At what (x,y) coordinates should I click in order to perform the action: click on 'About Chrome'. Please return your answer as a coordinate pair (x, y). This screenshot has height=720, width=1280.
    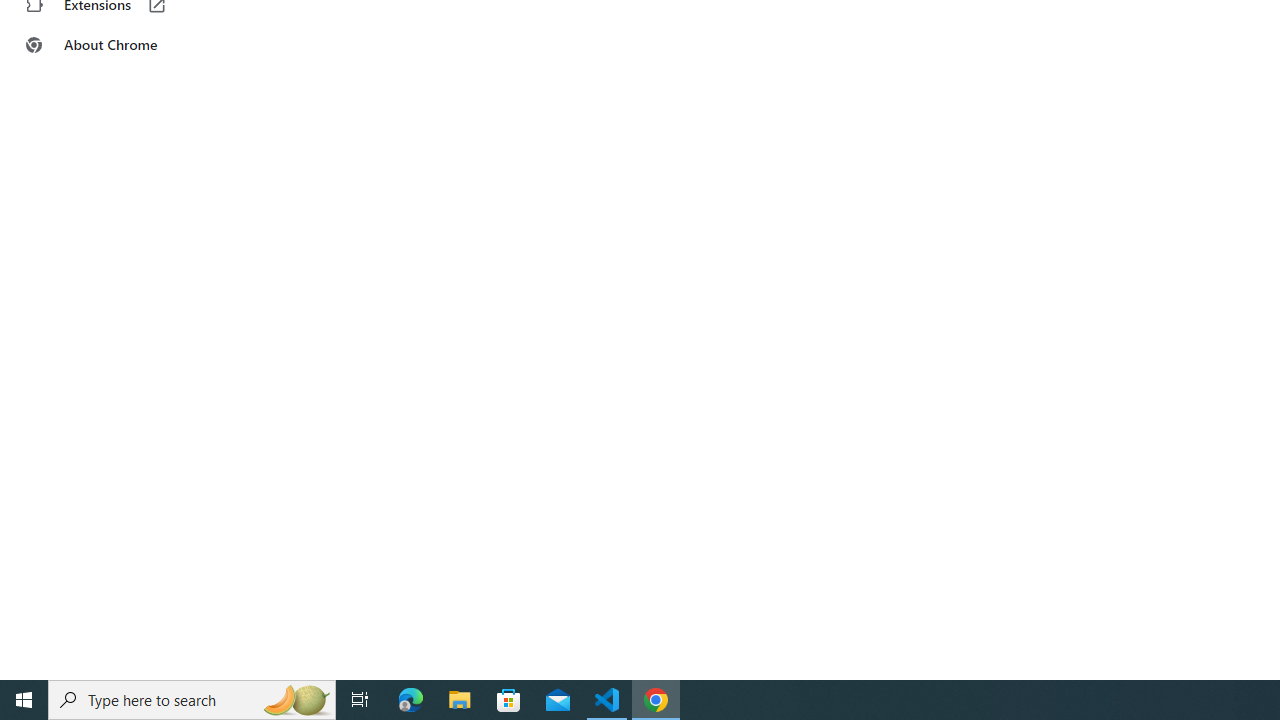
    Looking at the image, I should click on (123, 45).